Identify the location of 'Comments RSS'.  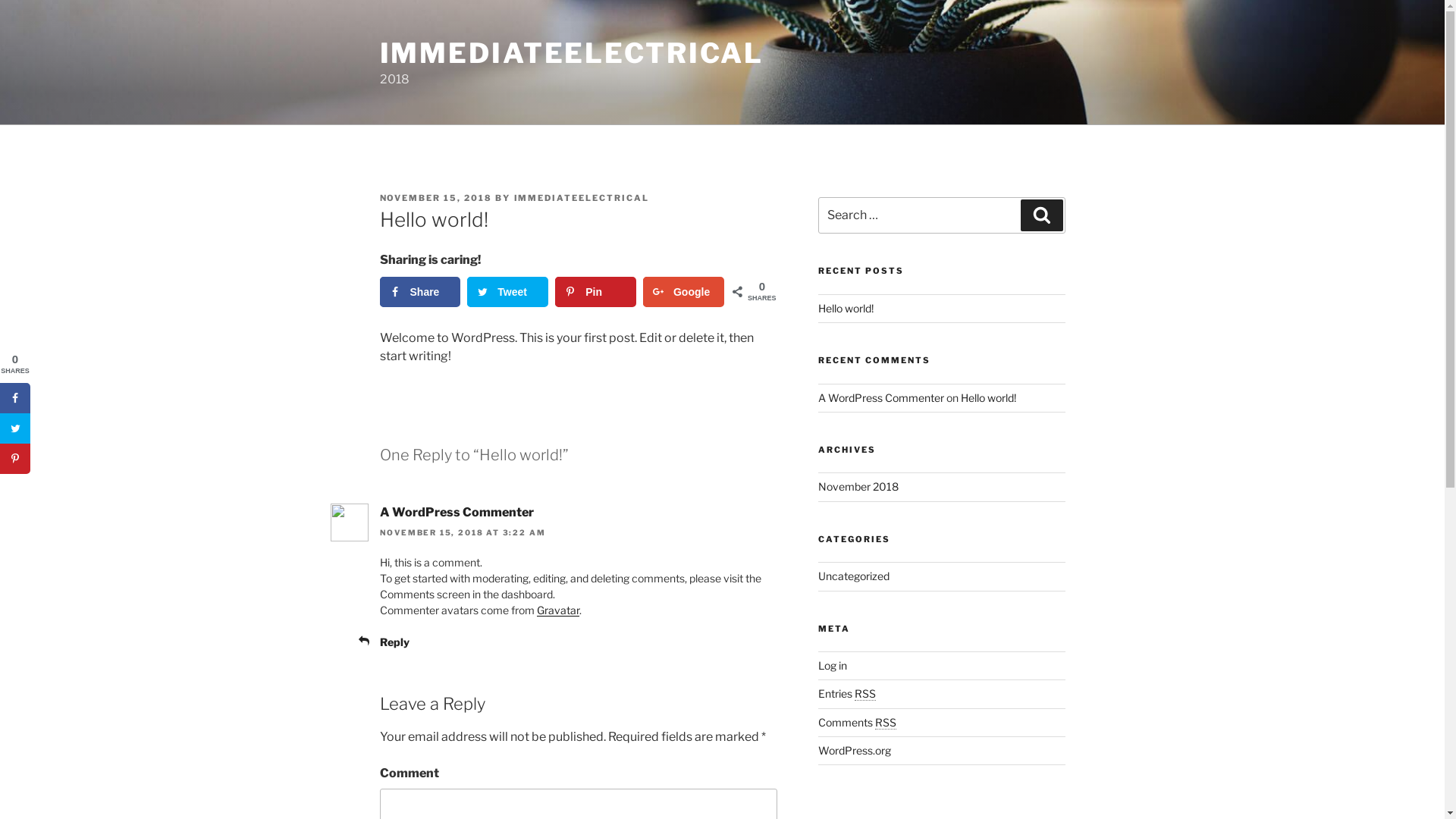
(857, 721).